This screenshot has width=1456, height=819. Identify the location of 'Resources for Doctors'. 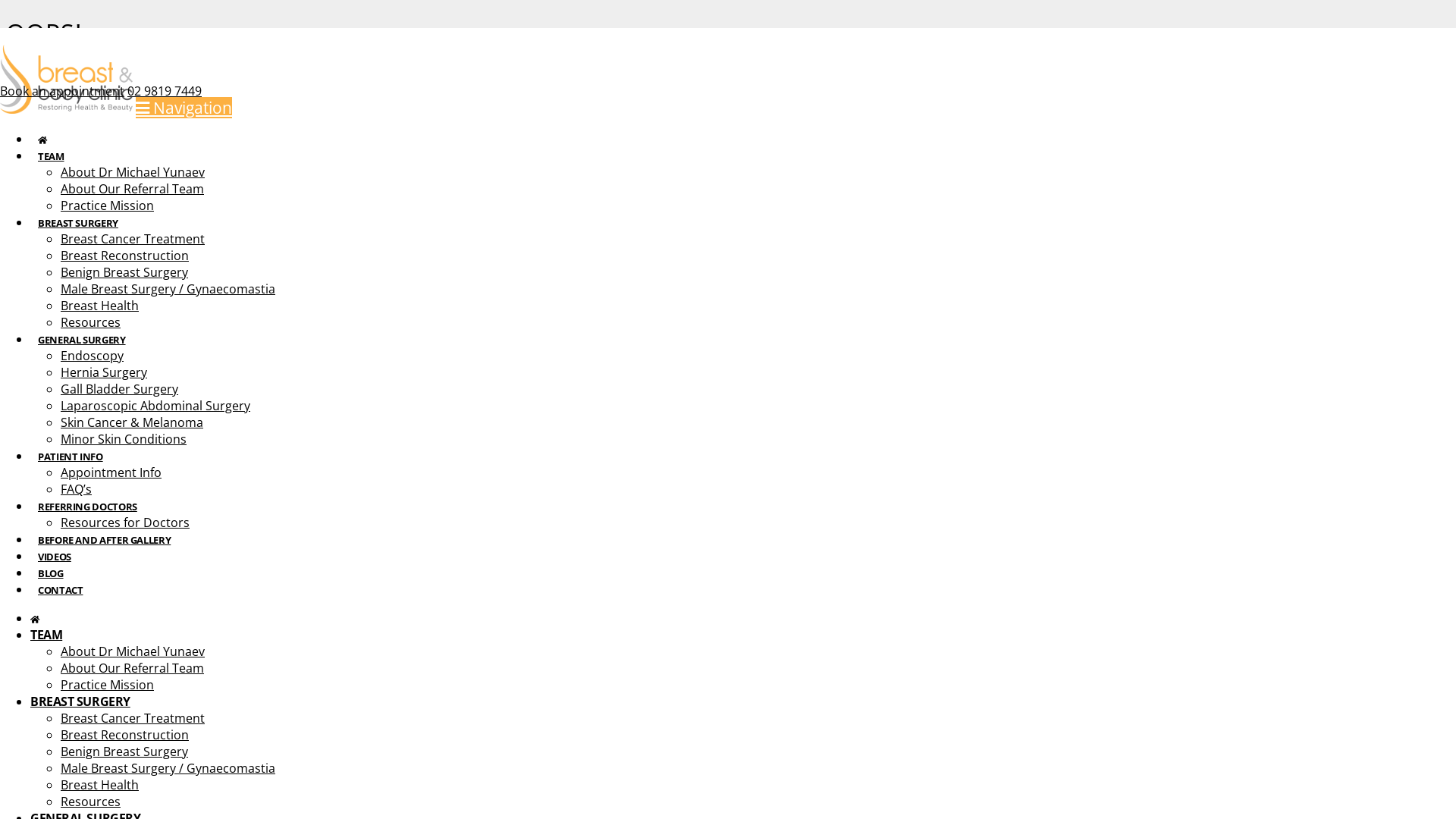
(61, 522).